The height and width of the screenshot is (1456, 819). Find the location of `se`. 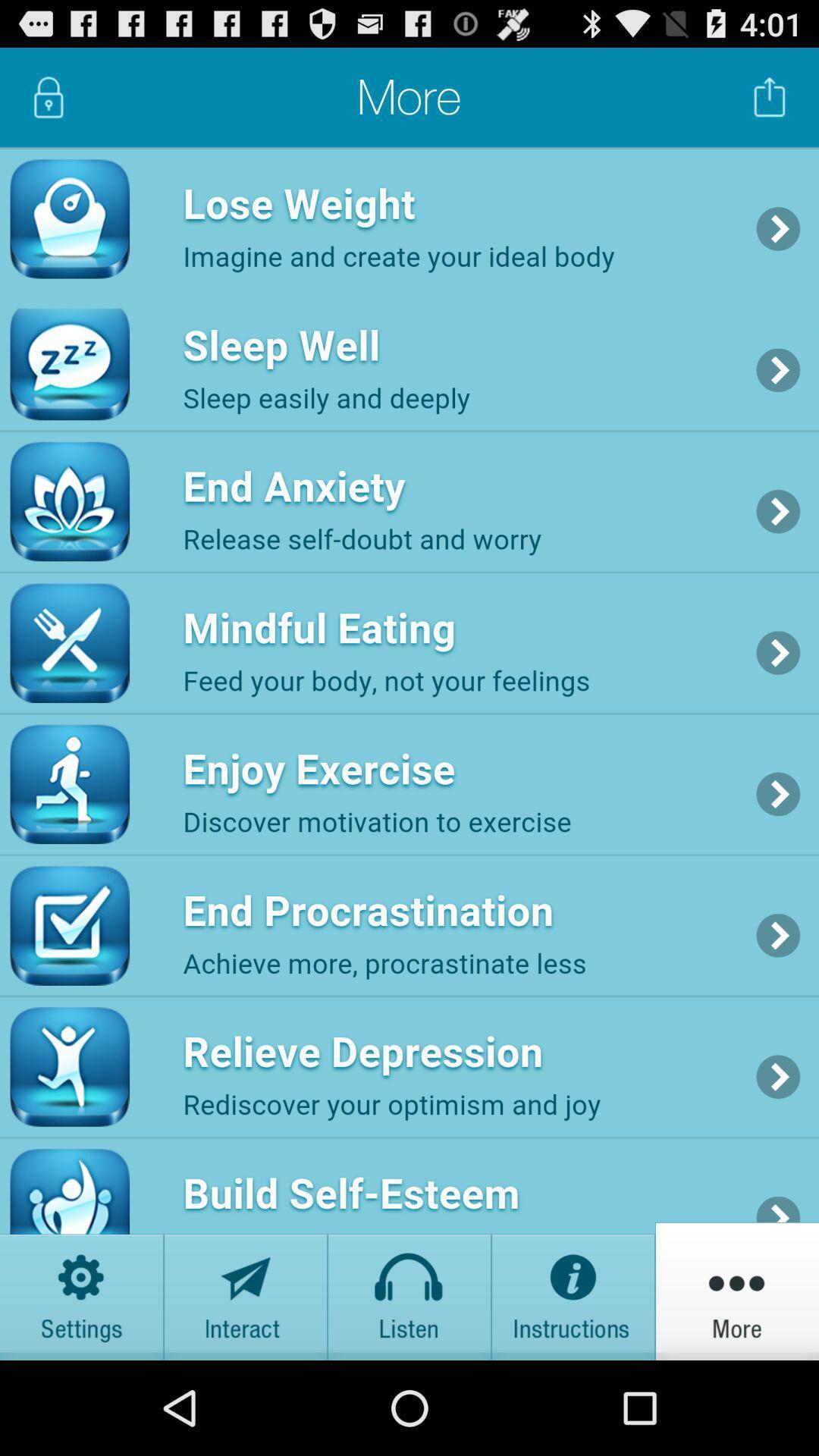

se is located at coordinates (573, 1290).